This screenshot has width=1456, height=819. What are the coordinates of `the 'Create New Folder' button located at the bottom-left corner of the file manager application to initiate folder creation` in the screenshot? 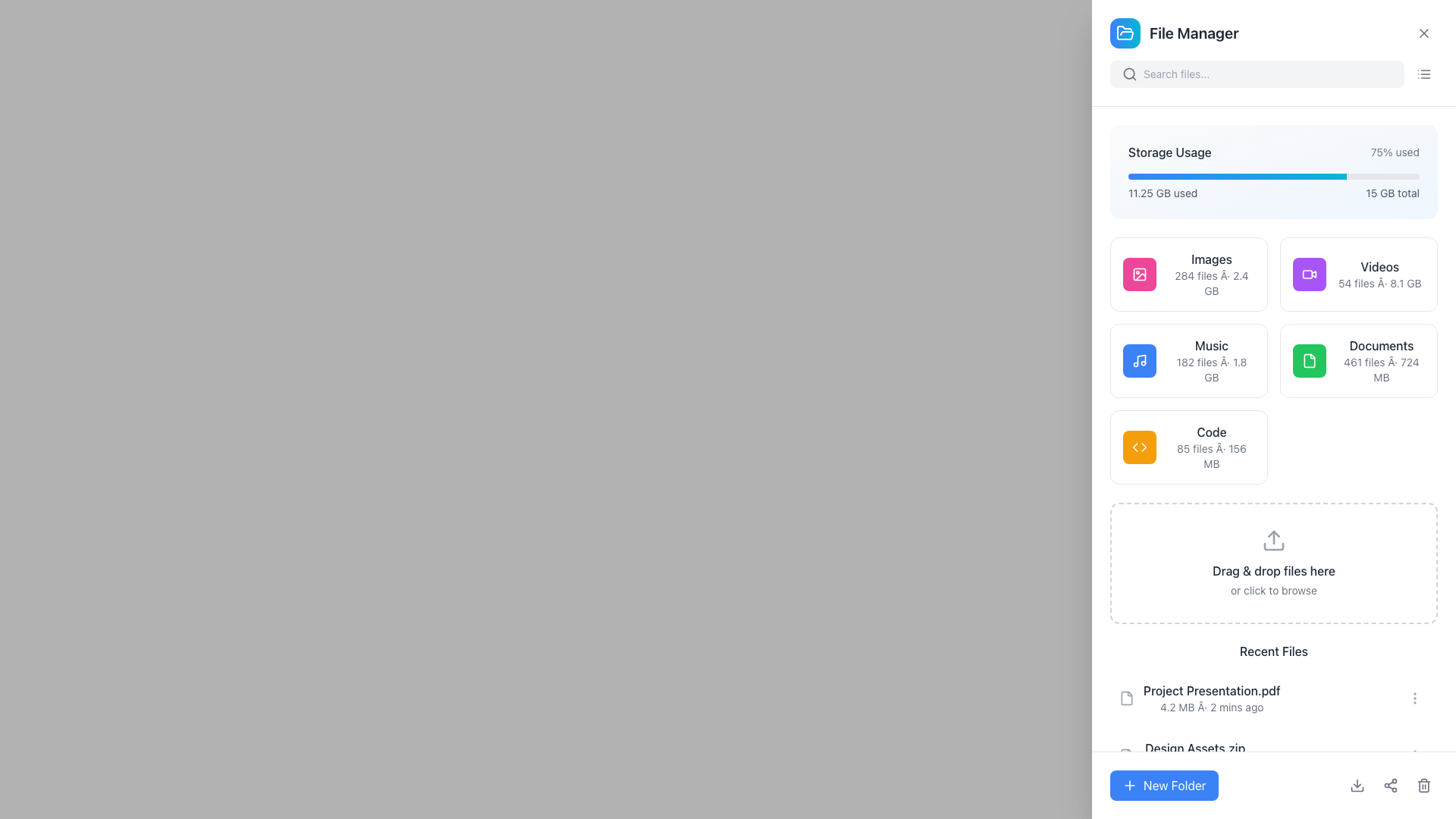 It's located at (1163, 785).